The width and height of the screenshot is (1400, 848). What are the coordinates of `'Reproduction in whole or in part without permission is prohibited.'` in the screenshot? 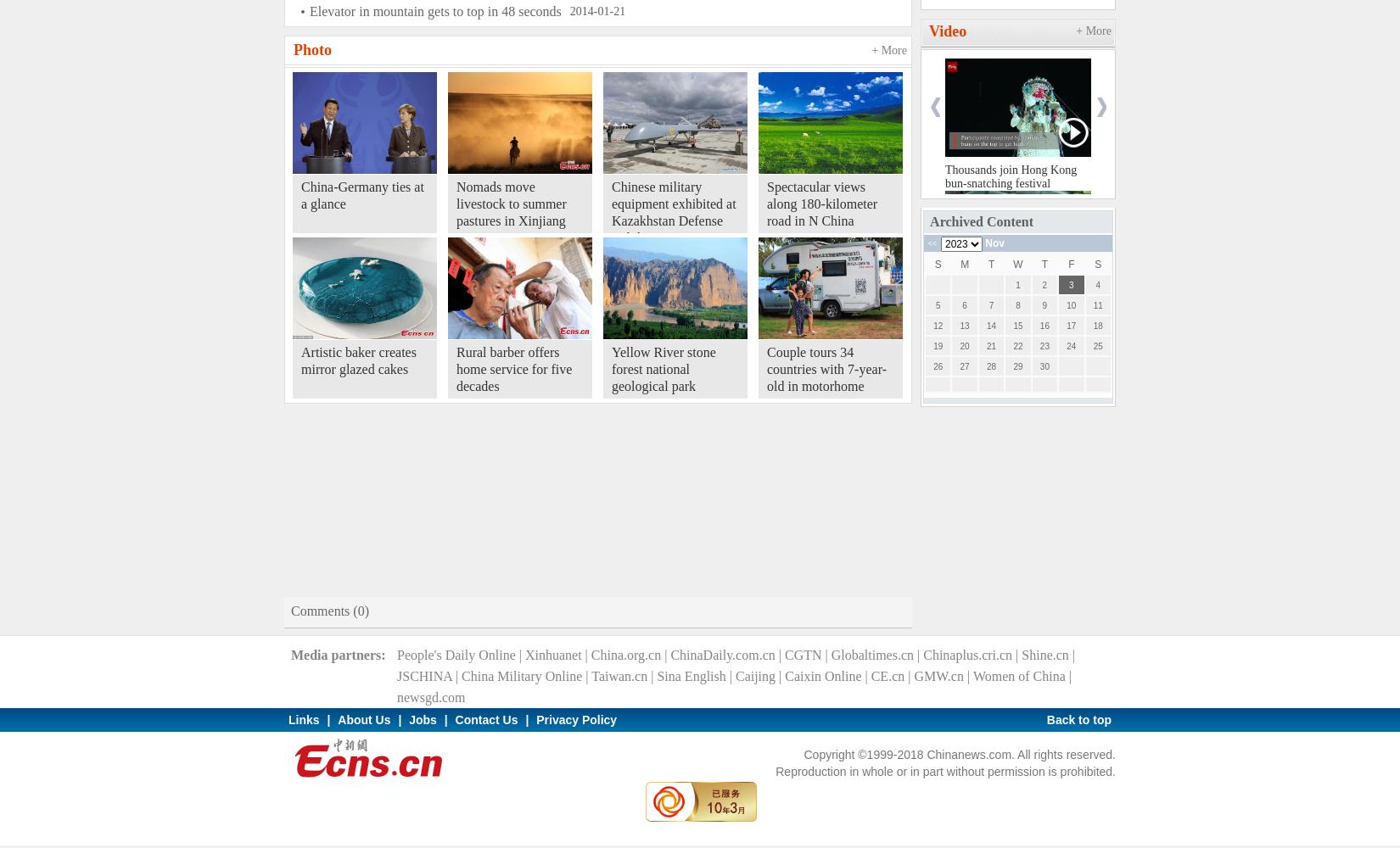 It's located at (945, 772).